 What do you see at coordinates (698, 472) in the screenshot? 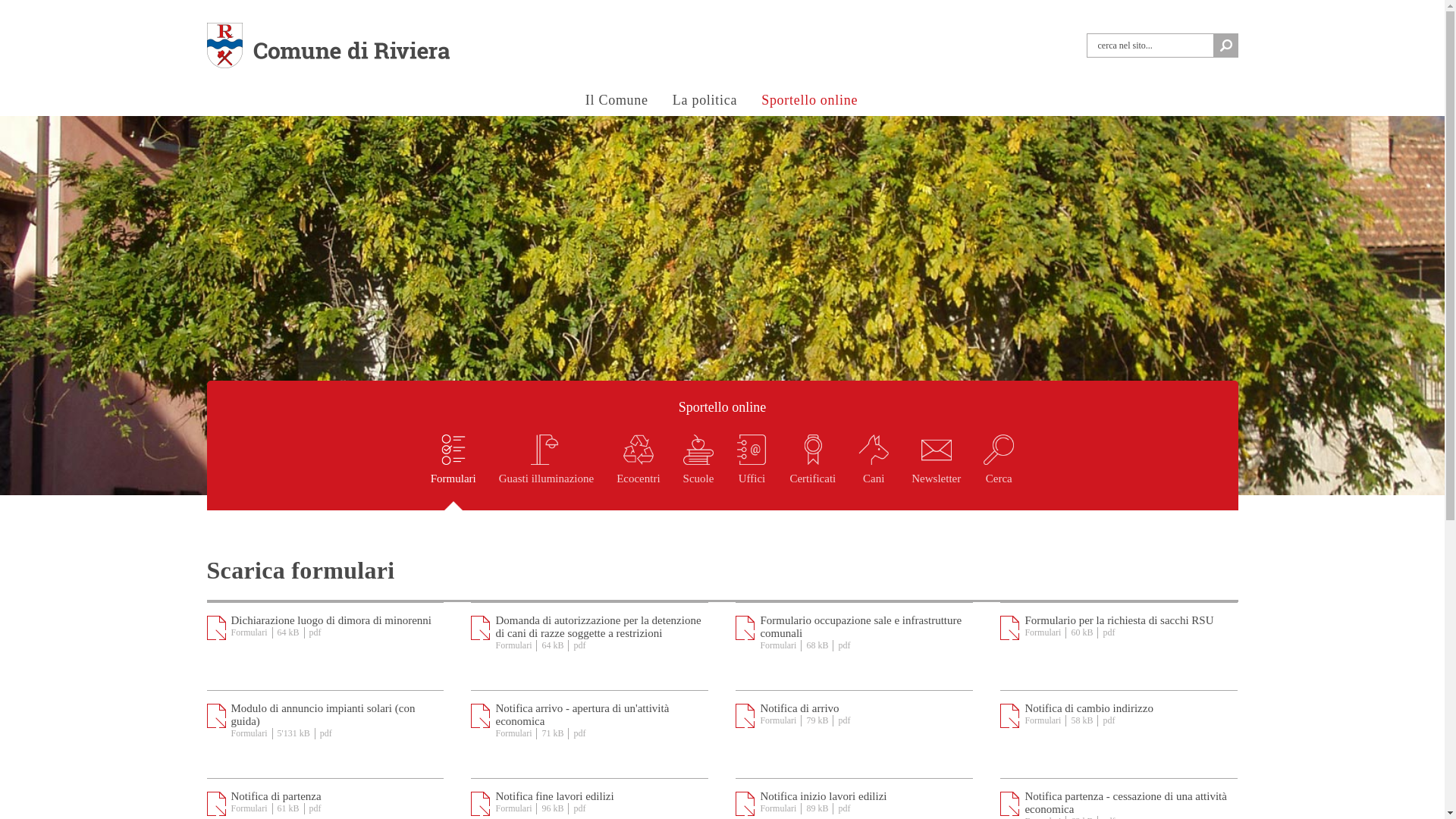
I see `'Scuole'` at bounding box center [698, 472].